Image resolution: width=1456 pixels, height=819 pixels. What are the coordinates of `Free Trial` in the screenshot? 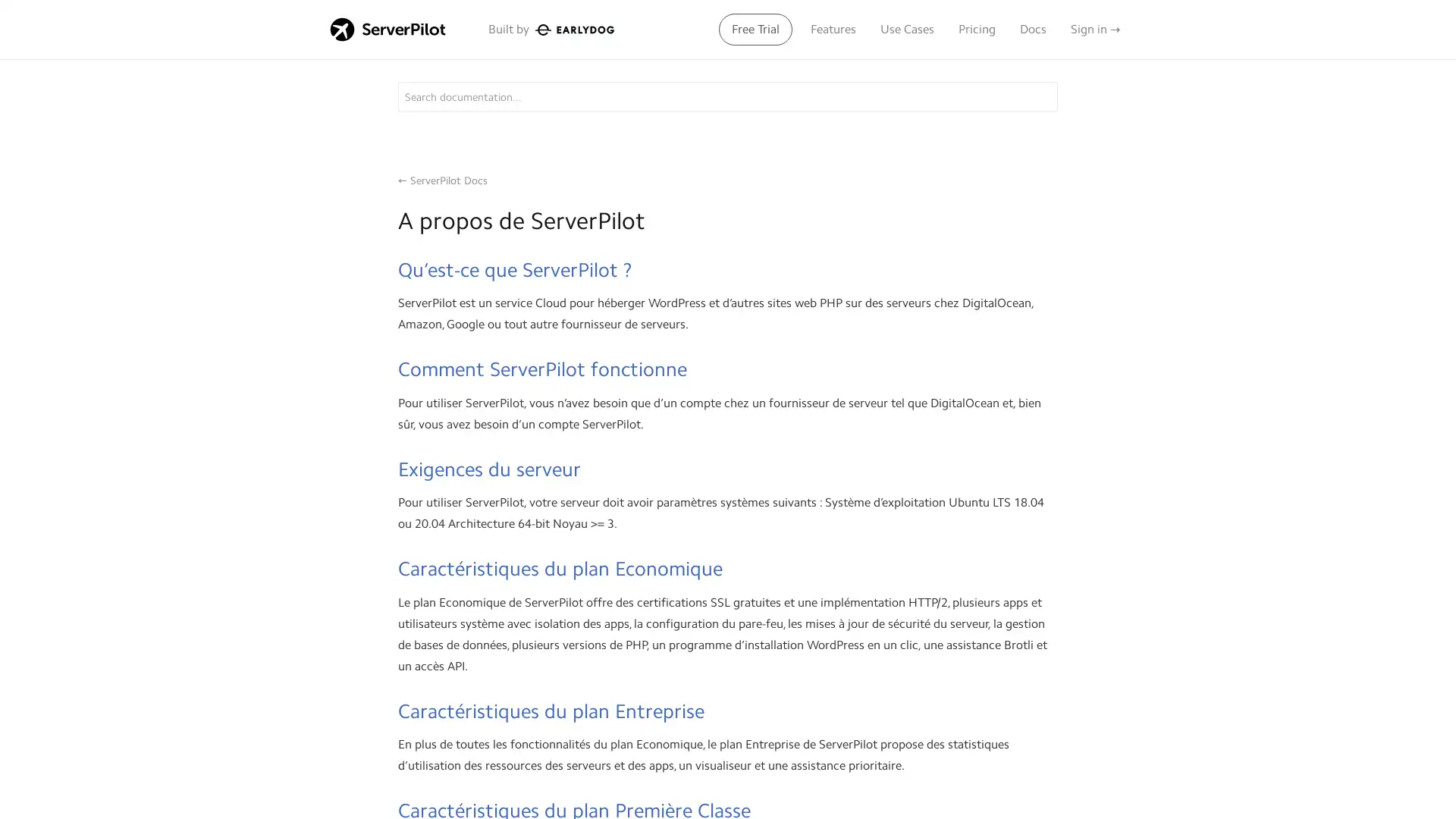 It's located at (755, 29).